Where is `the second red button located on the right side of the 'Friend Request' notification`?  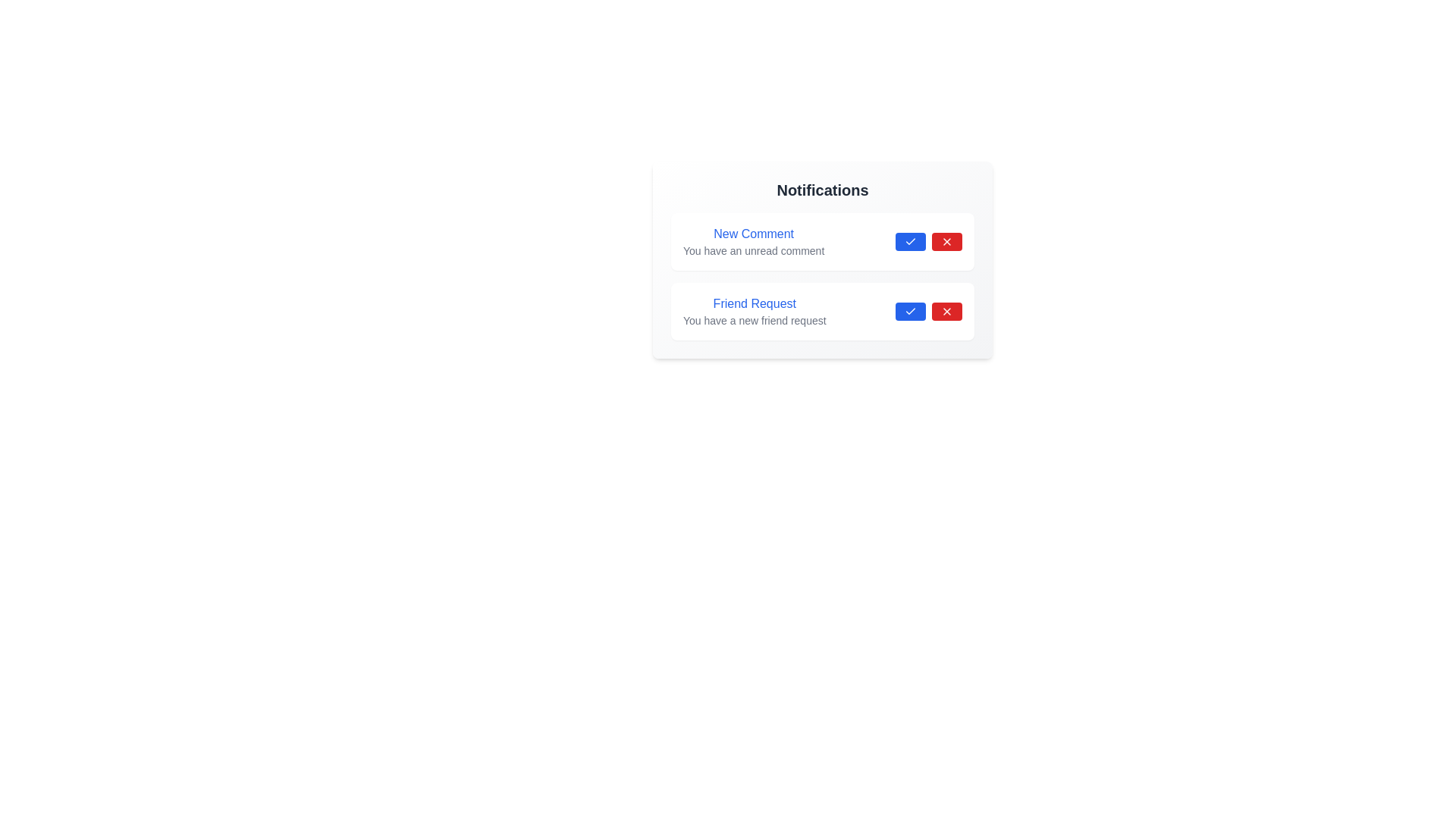
the second red button located on the right side of the 'Friend Request' notification is located at coordinates (946, 311).